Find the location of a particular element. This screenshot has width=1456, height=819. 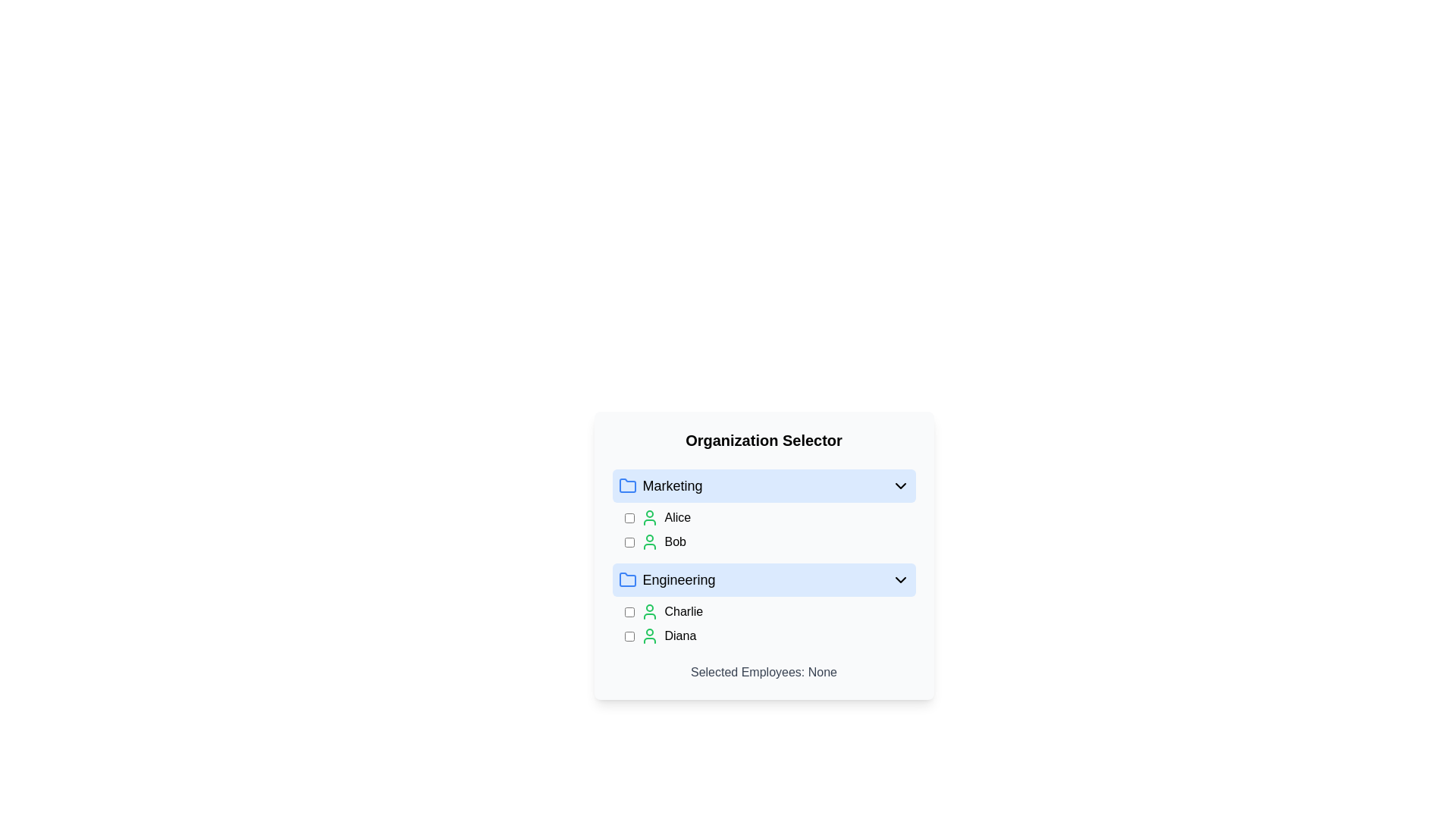

the text label displaying 'Diana' located in the 'Engineering' section of the 'Organization Selector' list, positioned to the right of a green user icon and a checkbox is located at coordinates (679, 636).